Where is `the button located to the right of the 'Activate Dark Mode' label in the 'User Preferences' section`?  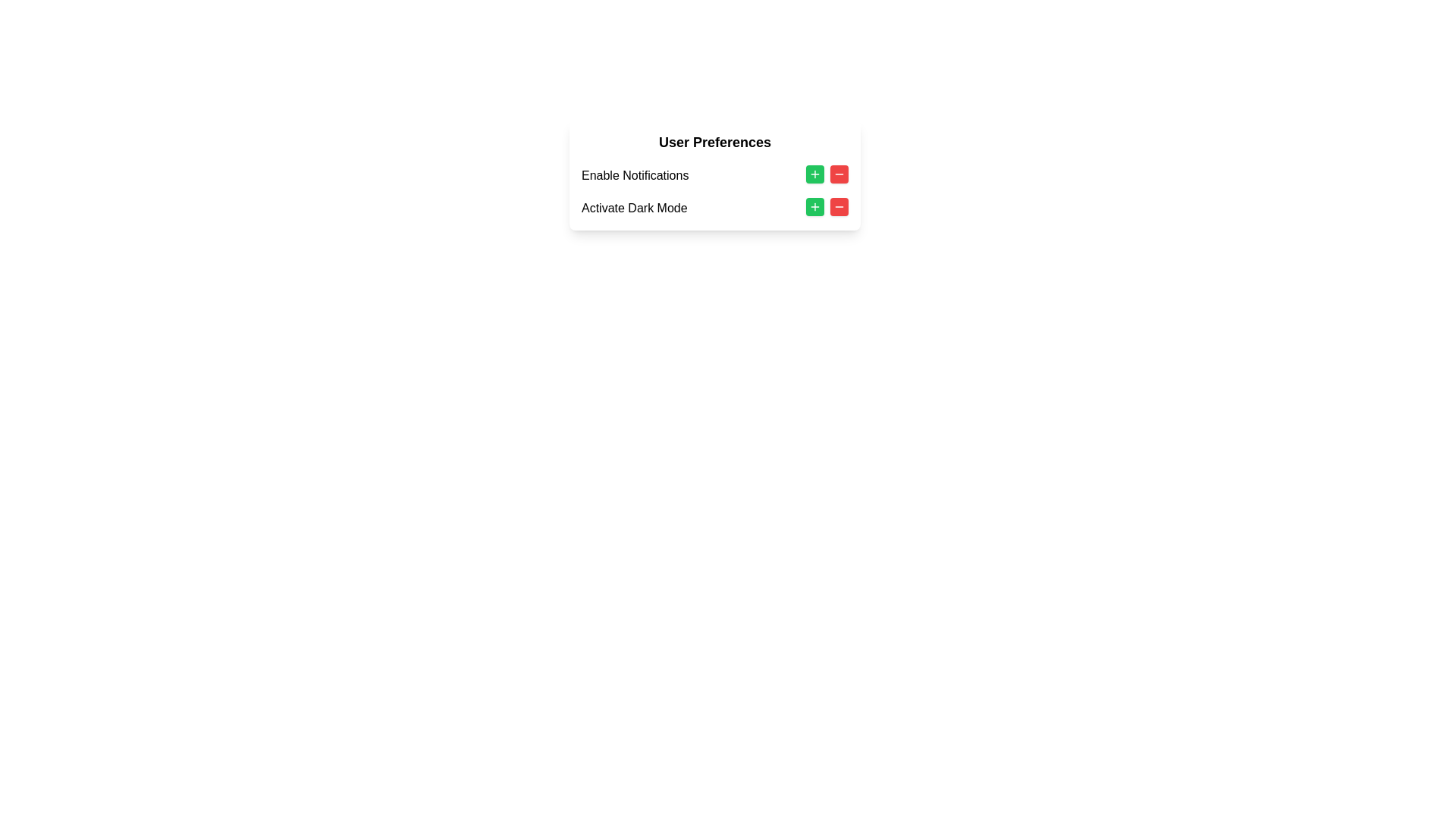
the button located to the right of the 'Activate Dark Mode' label in the 'User Preferences' section is located at coordinates (814, 207).